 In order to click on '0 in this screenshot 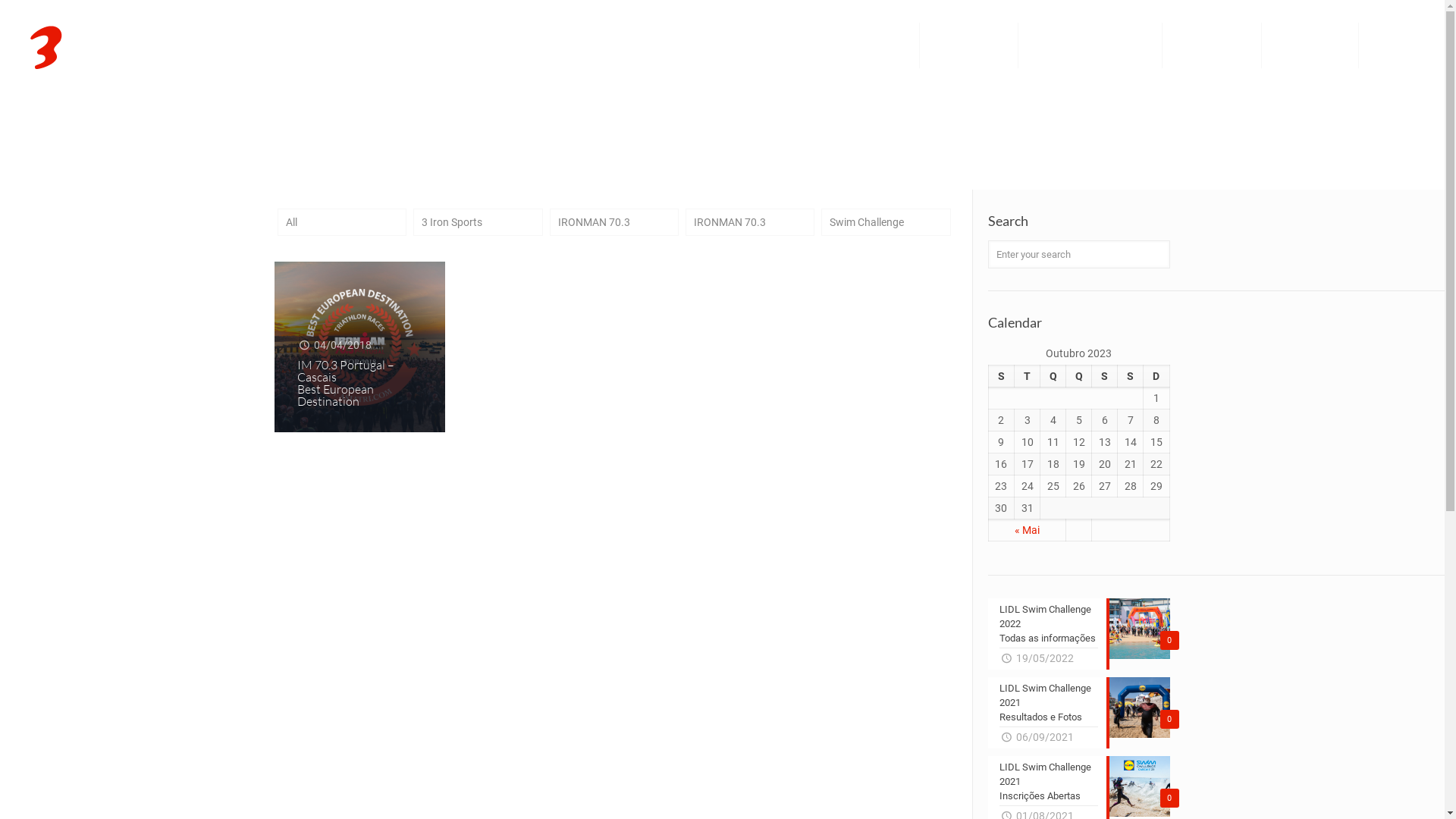, I will do `click(987, 713)`.